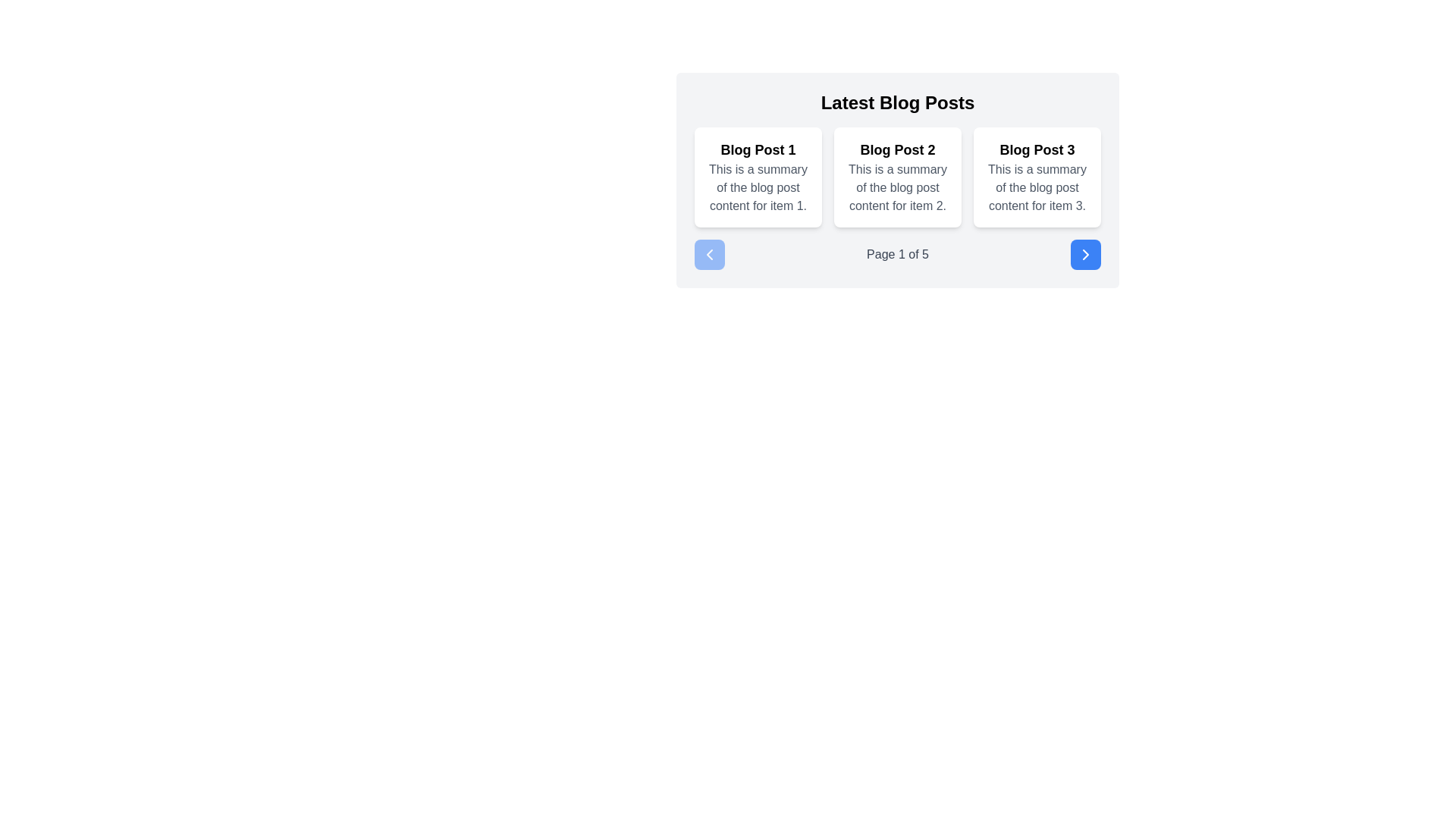 The width and height of the screenshot is (1456, 819). I want to click on the backward navigation icon represented by the left arrow in the pagination interface, located at the center of the button on the left side of the pagination control, so click(709, 253).